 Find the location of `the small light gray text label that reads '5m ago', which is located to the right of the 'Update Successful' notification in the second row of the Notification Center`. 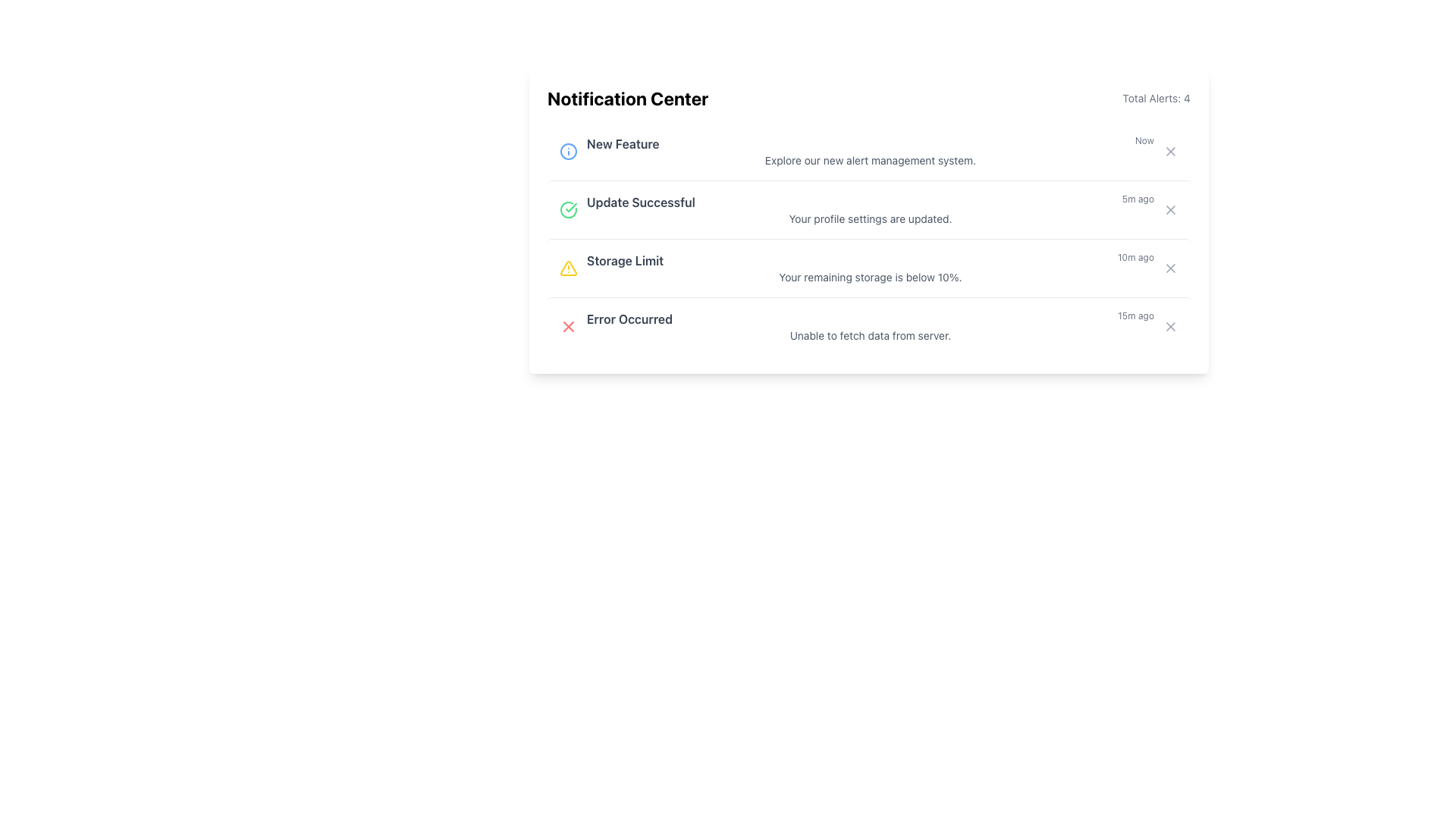

the small light gray text label that reads '5m ago', which is located to the right of the 'Update Successful' notification in the second row of the Notification Center is located at coordinates (1137, 201).